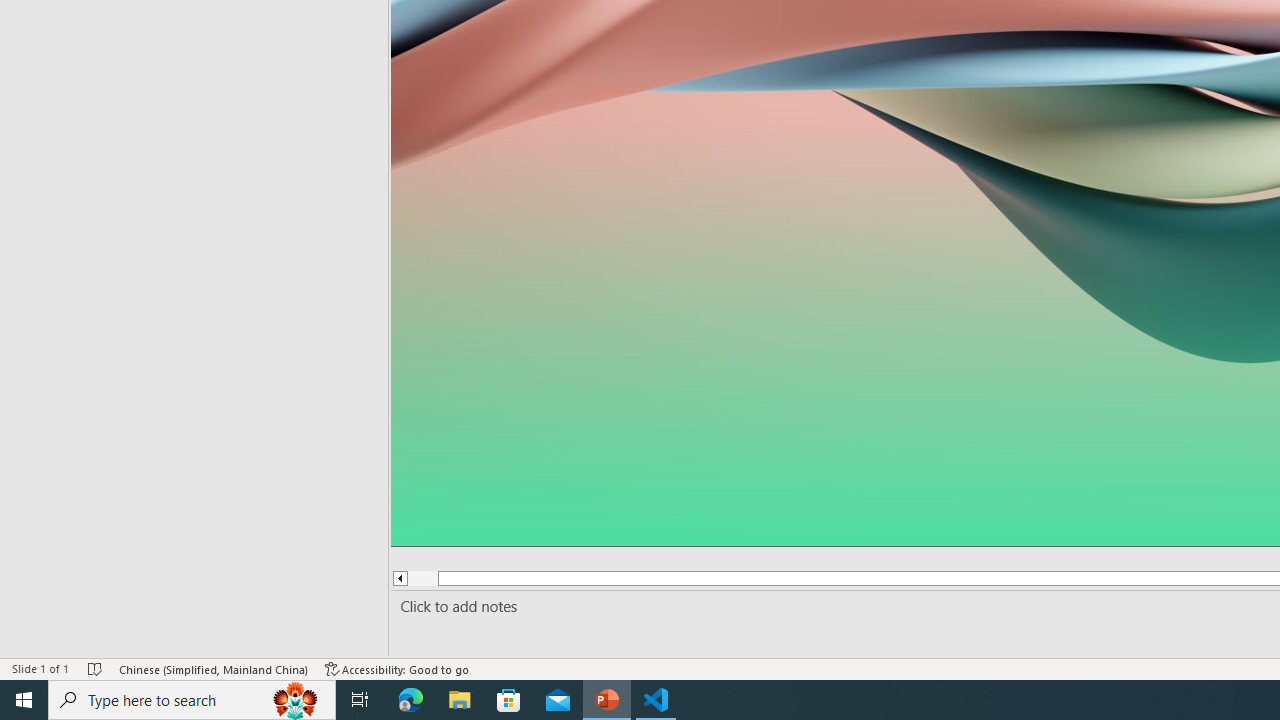 The width and height of the screenshot is (1280, 720). I want to click on 'Microsoft Edge', so click(410, 698).